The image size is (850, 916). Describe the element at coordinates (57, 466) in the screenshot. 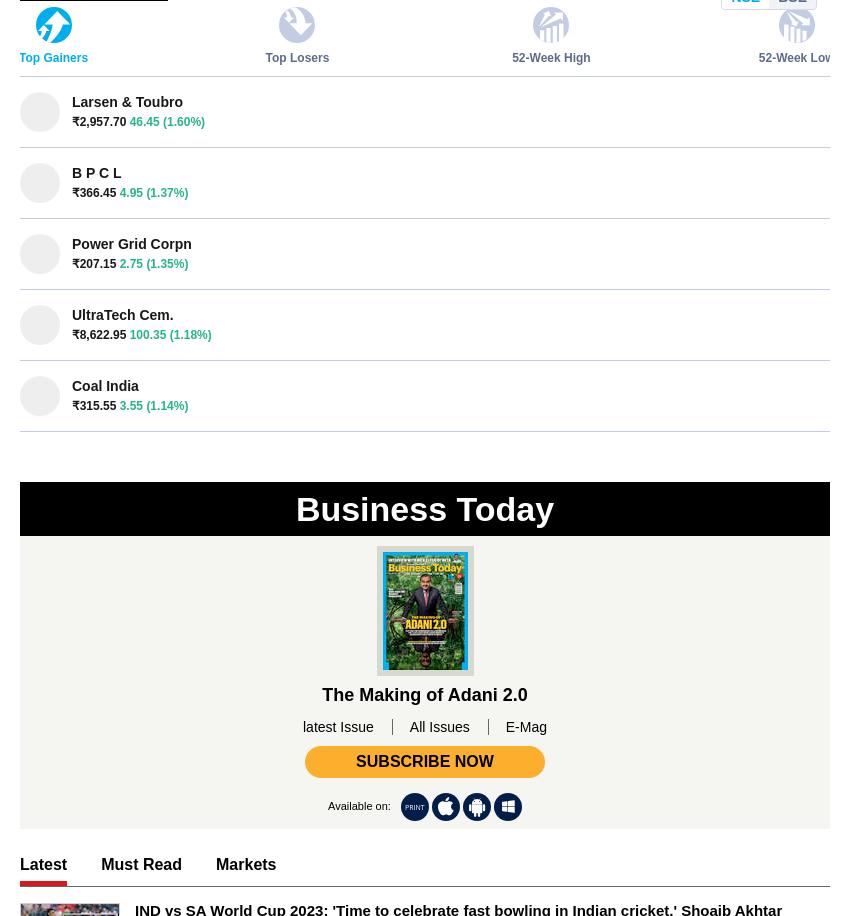

I see `'Deep Dive'` at that location.